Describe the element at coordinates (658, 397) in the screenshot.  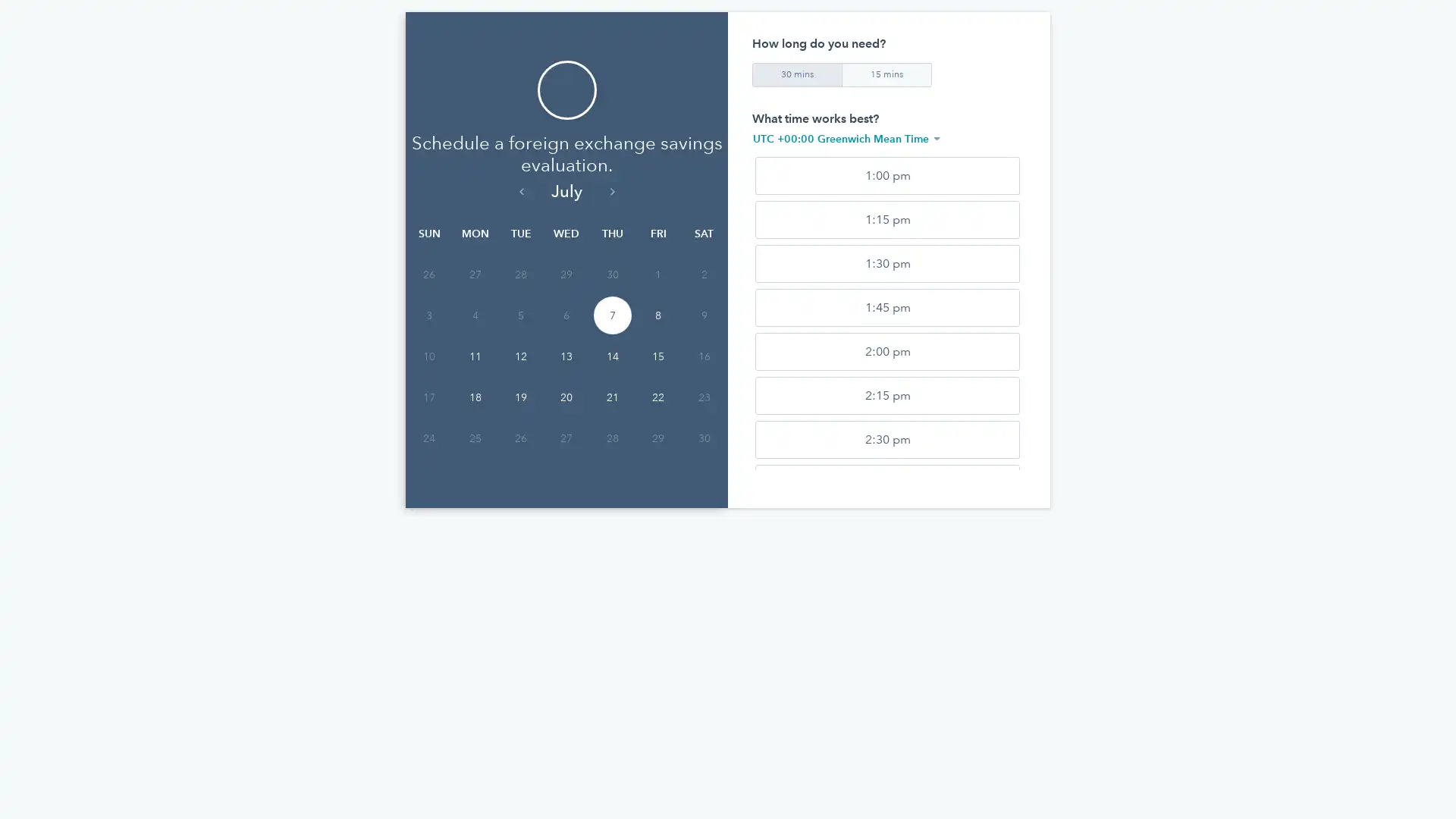
I see `July 22nd` at that location.